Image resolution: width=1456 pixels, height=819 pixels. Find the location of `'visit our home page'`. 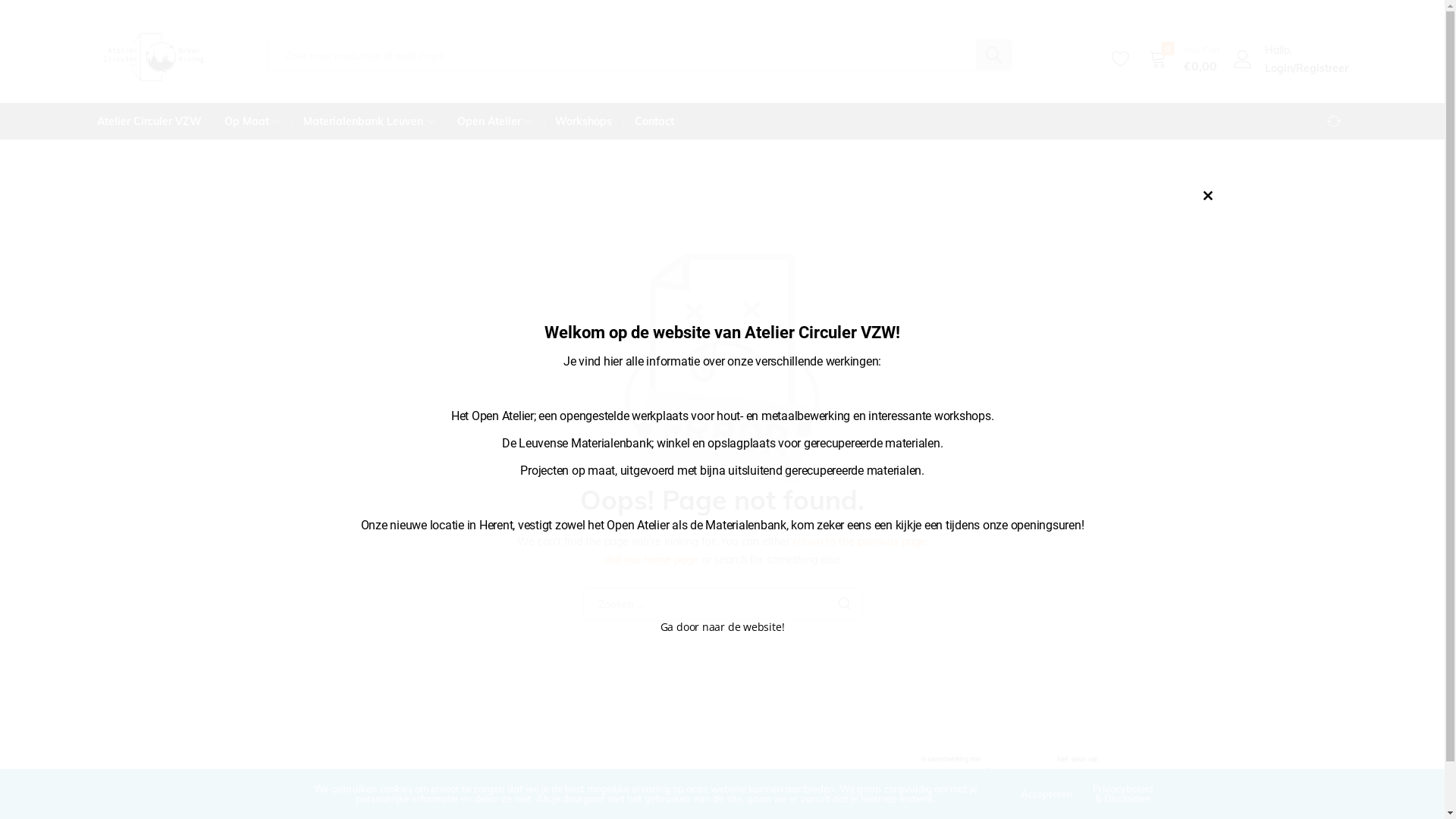

'visit our home page' is located at coordinates (650, 559).